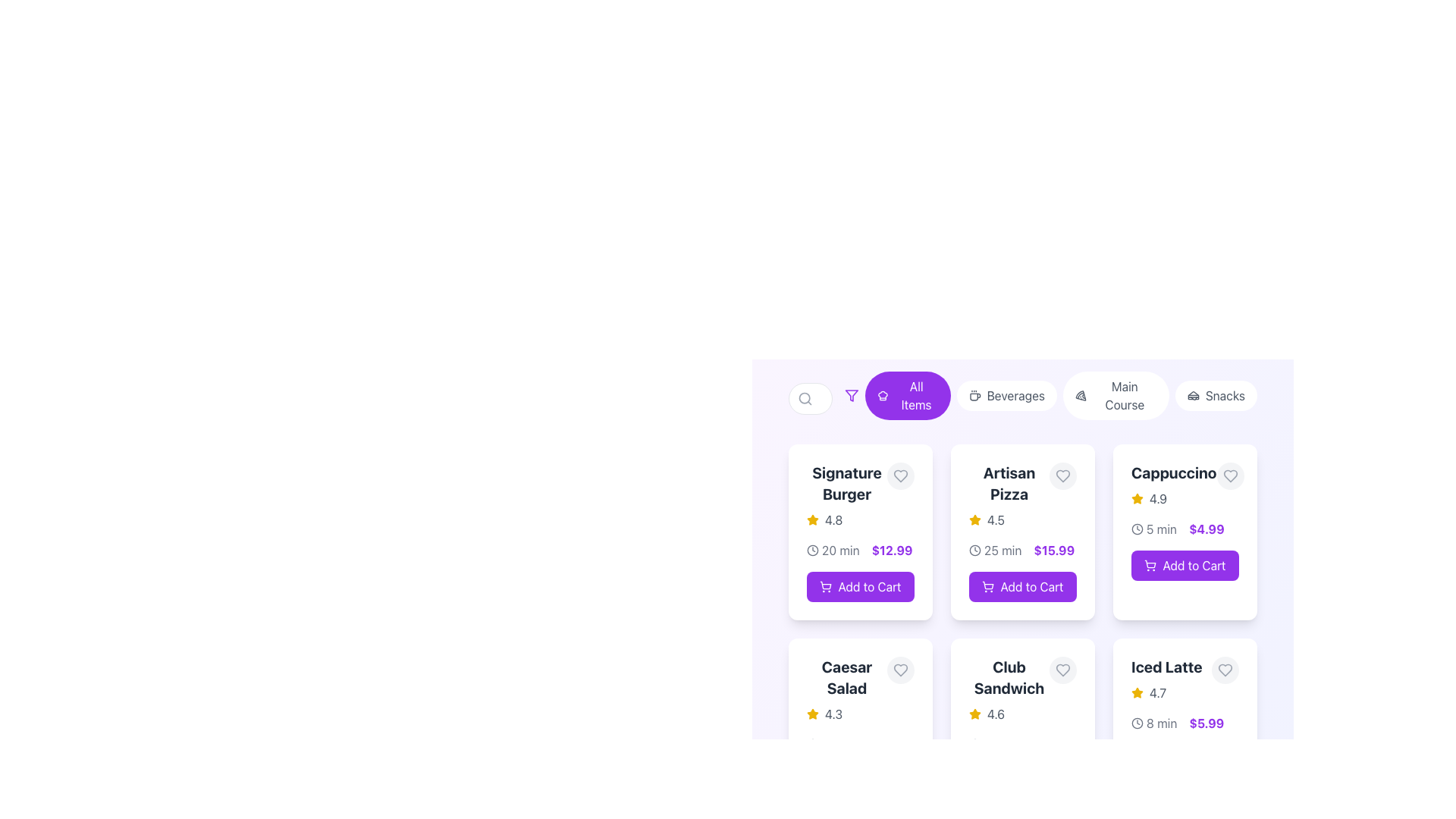 The height and width of the screenshot is (819, 1456). Describe the element at coordinates (811, 714) in the screenshot. I see `the Star icon representing the rating system located at the top-left corner of the product card near the text '4.3'` at that location.